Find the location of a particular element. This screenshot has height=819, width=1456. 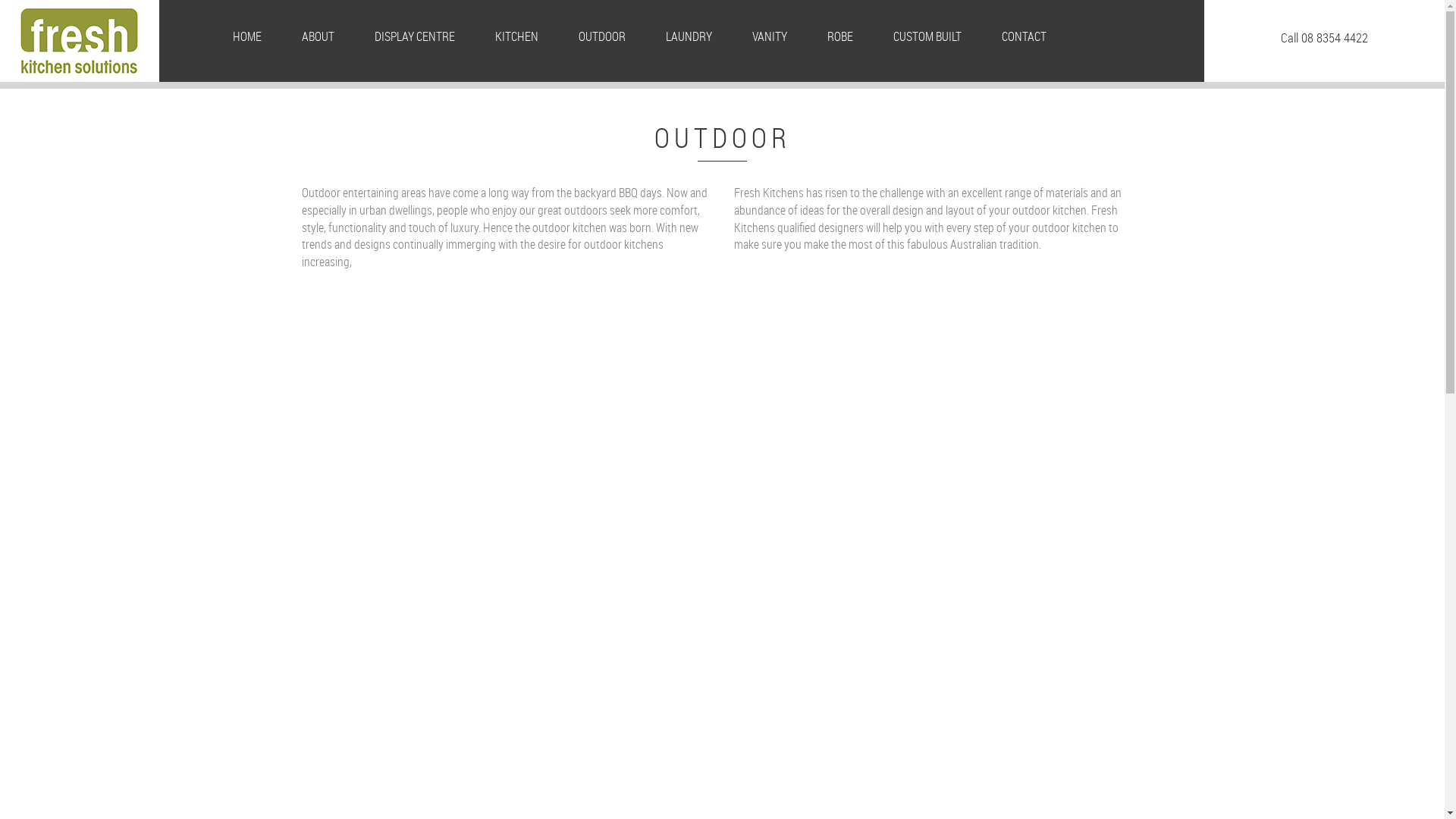

'ROBE' is located at coordinates (839, 35).